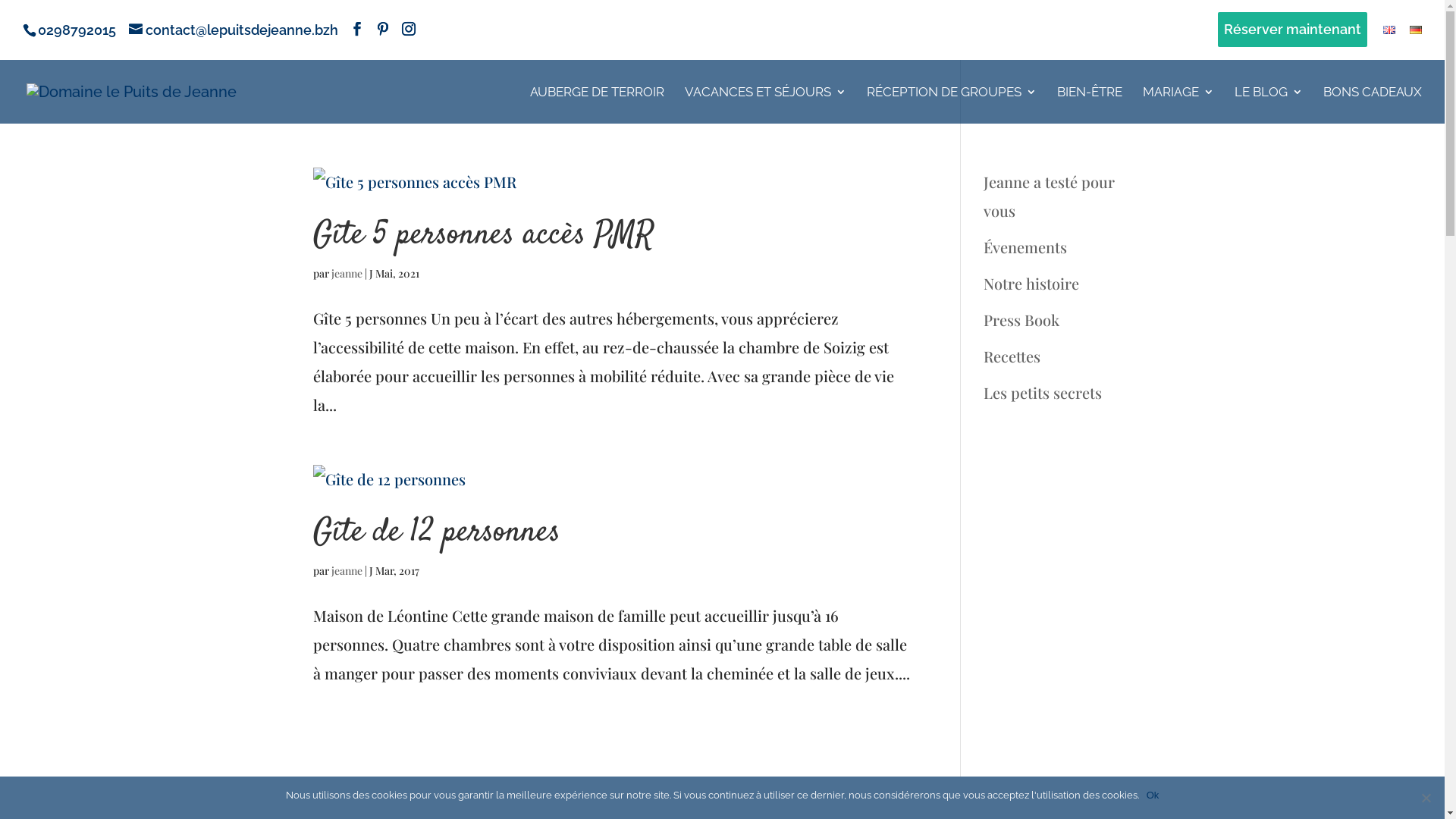  What do you see at coordinates (1417, 797) in the screenshot?
I see `'Non'` at bounding box center [1417, 797].